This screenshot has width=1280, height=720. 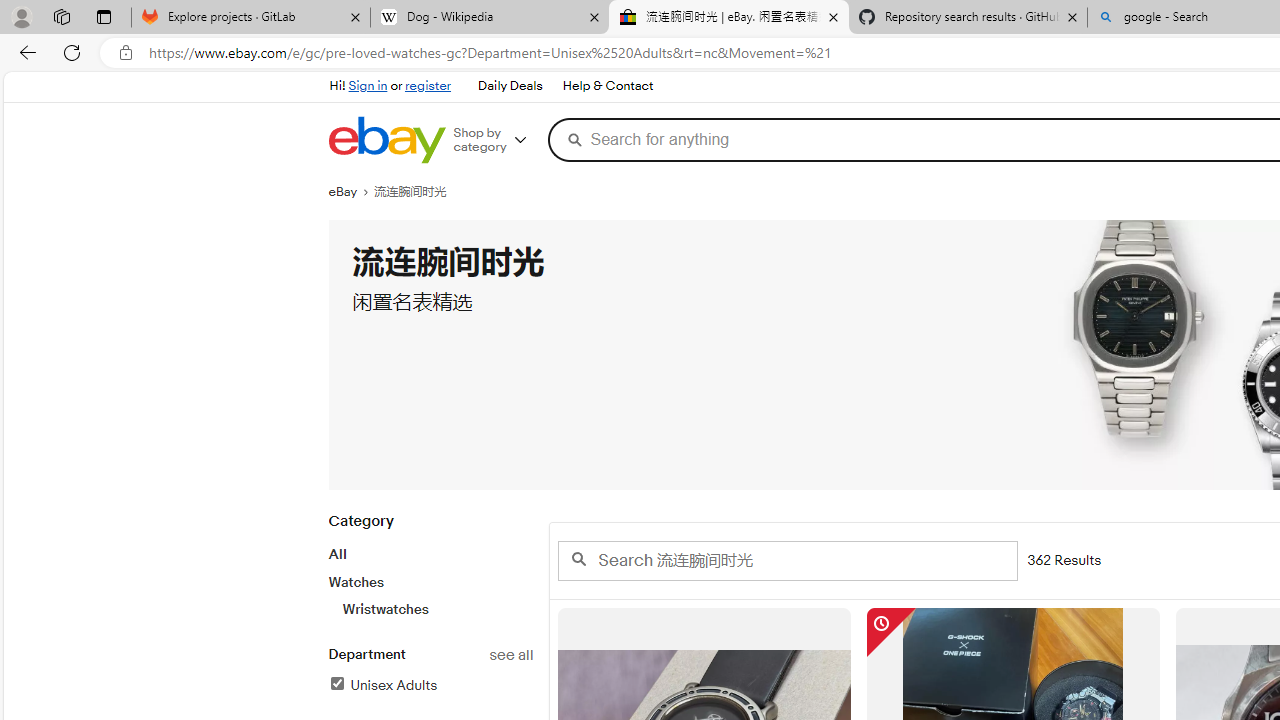 I want to click on 'WatchesWristwatches', so click(x=429, y=594).